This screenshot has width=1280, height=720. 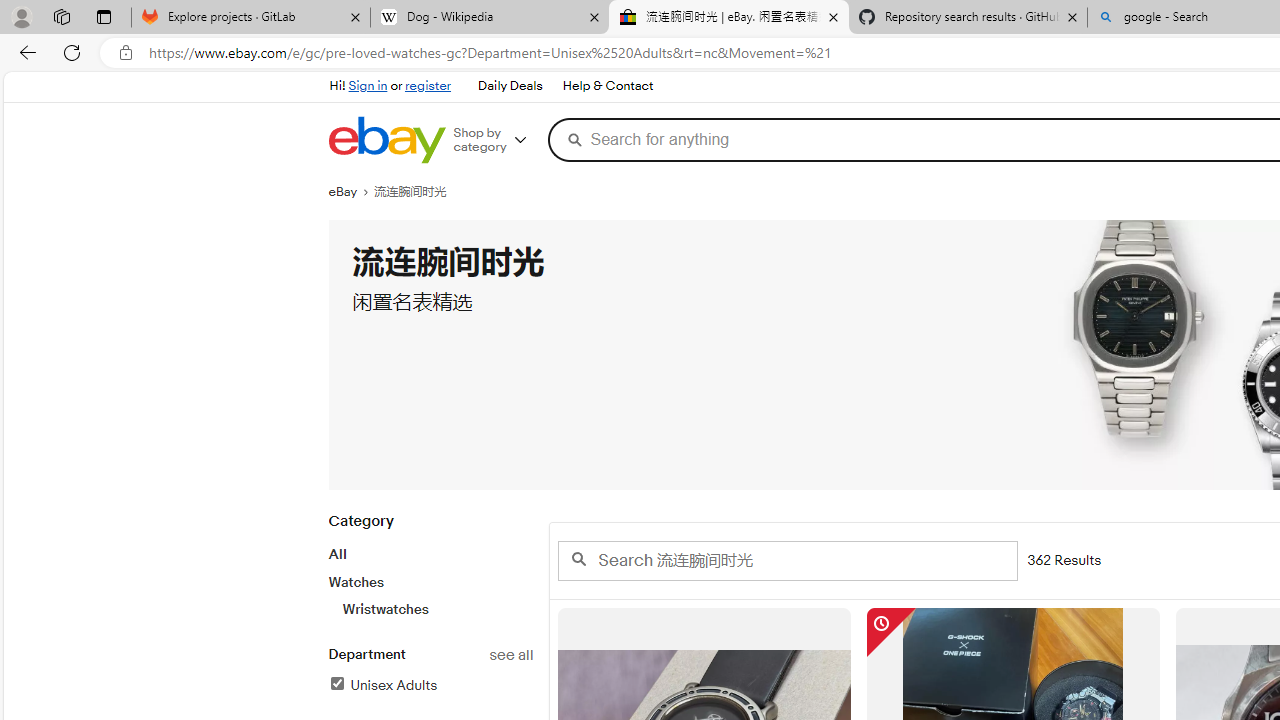 I want to click on 'WatchesWristwatches', so click(x=429, y=594).